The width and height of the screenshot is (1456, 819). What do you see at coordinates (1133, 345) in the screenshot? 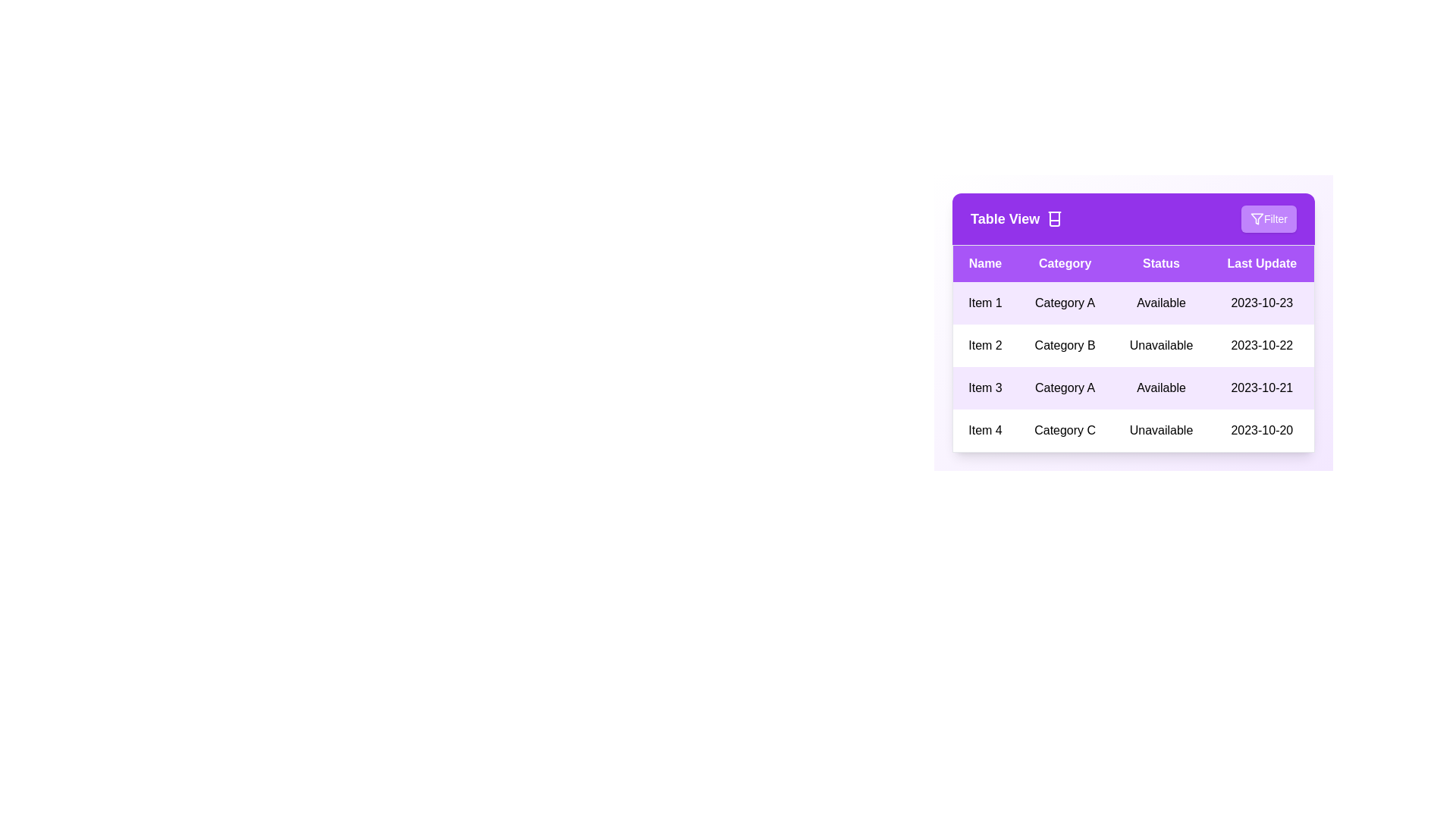
I see `the row corresponding to 2` at bounding box center [1133, 345].